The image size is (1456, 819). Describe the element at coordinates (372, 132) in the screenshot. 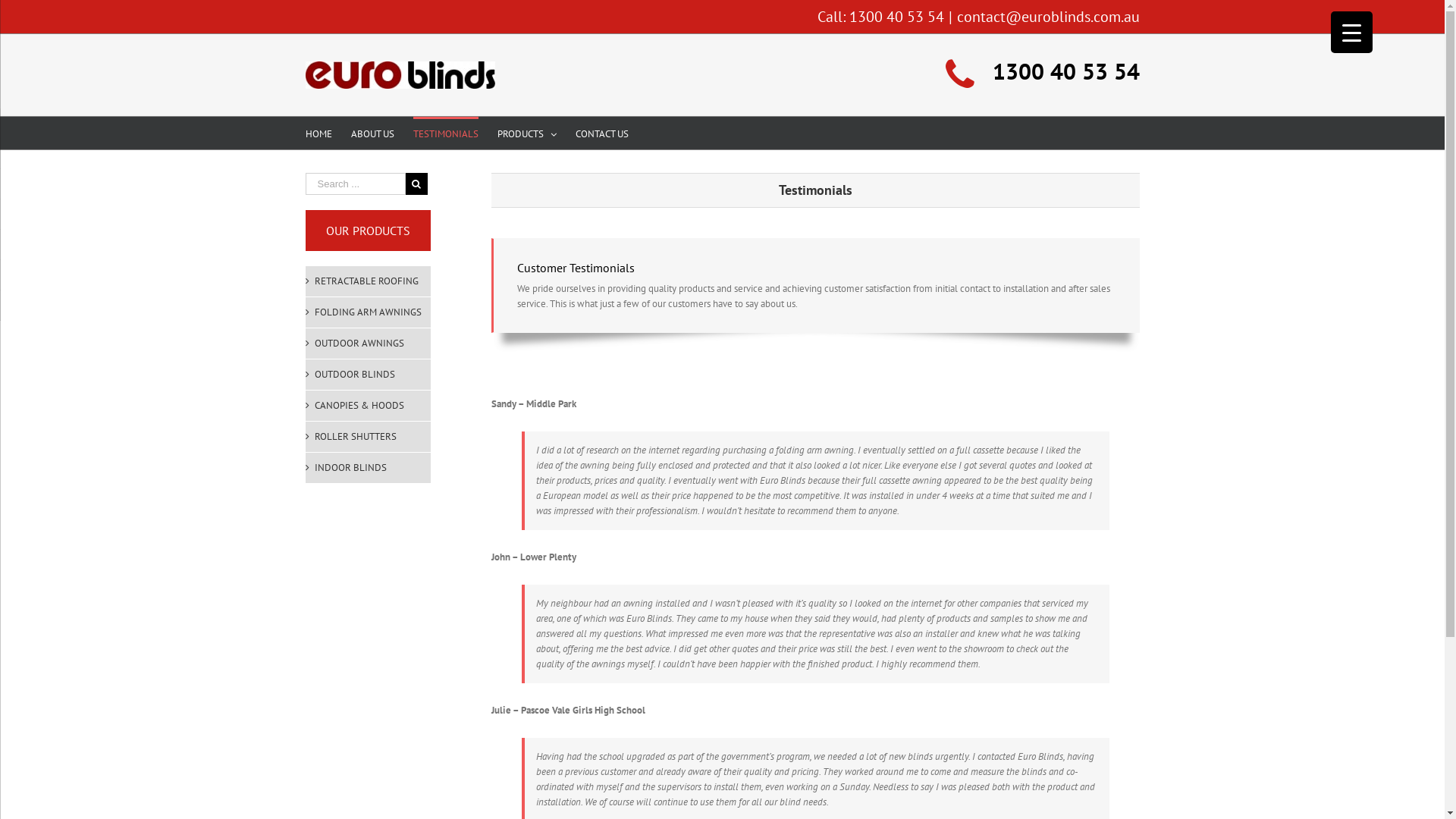

I see `'ABOUT US'` at that location.